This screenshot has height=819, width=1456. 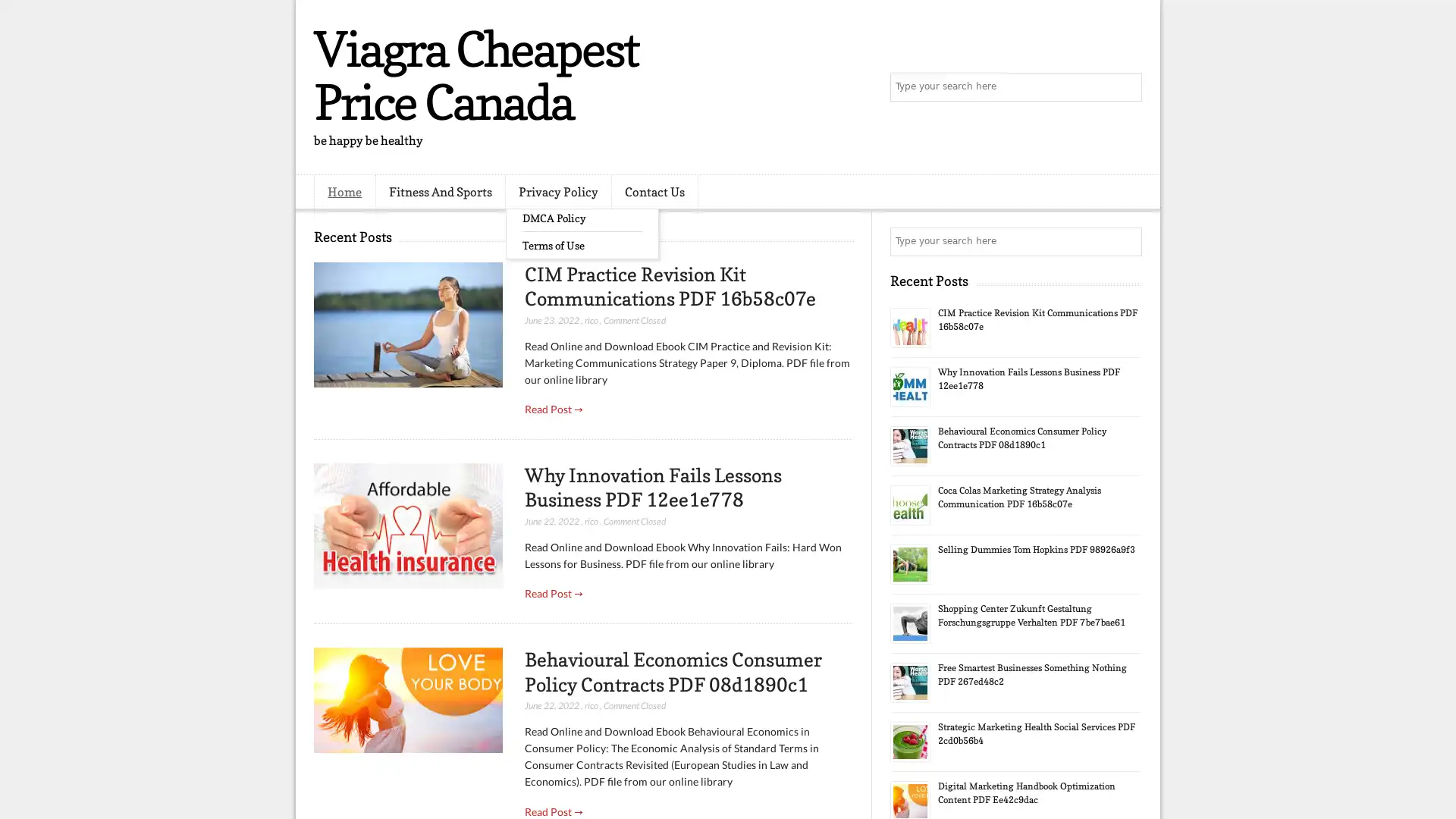 I want to click on Search, so click(x=1126, y=241).